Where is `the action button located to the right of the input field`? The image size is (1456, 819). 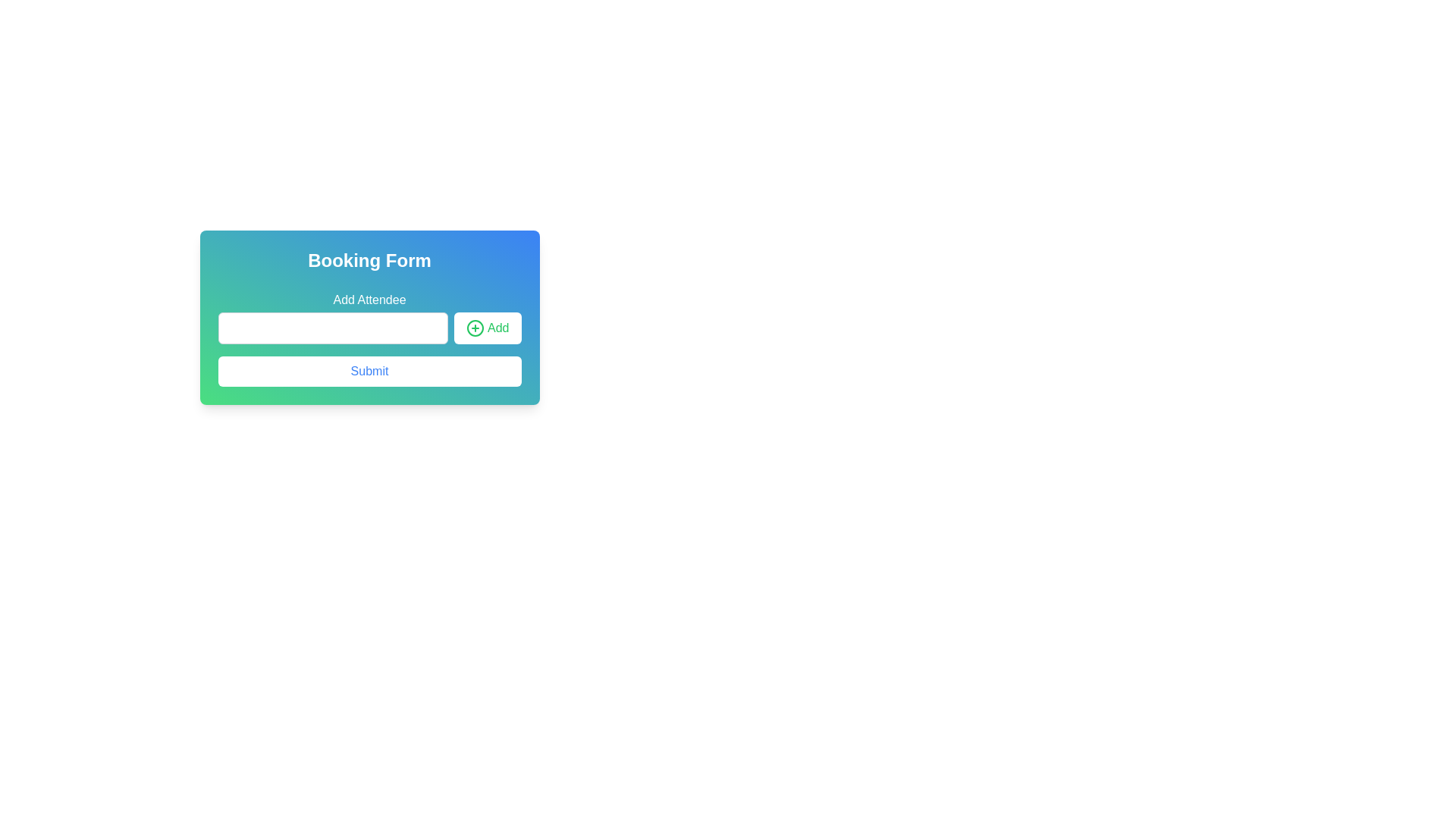
the action button located to the right of the input field is located at coordinates (488, 327).